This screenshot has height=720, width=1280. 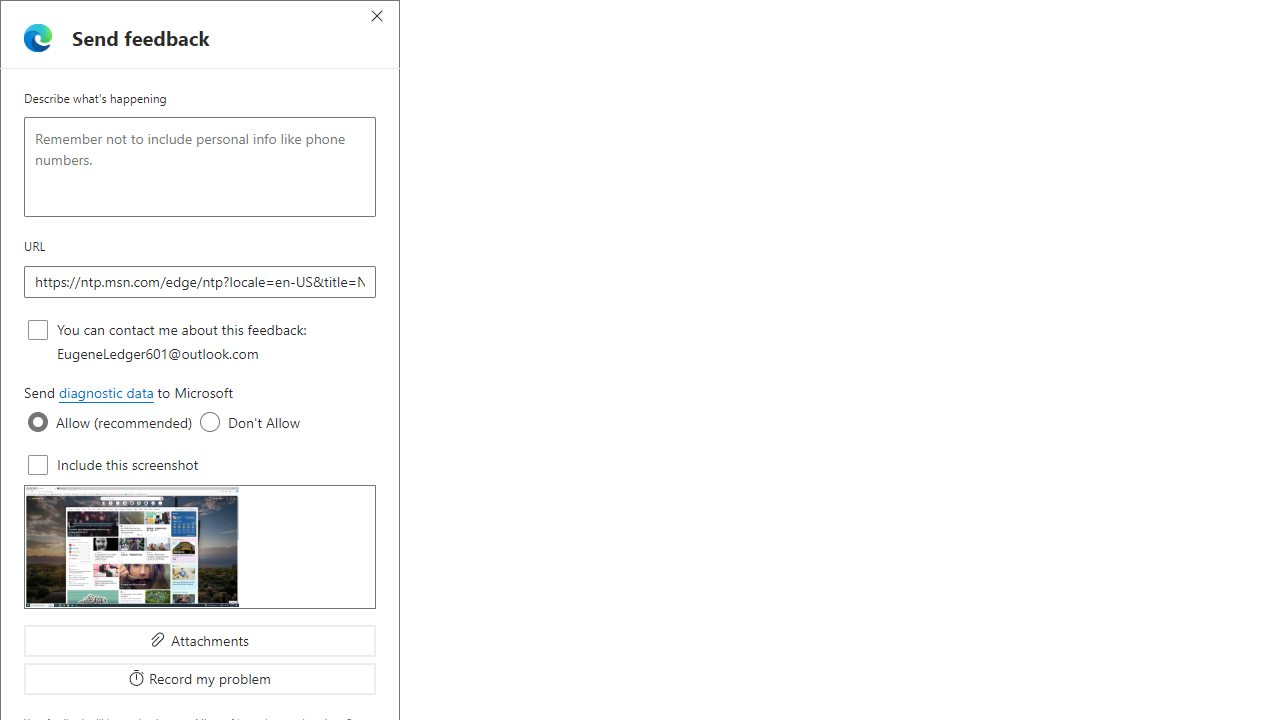 What do you see at coordinates (210, 421) in the screenshot?
I see `'Don'` at bounding box center [210, 421].